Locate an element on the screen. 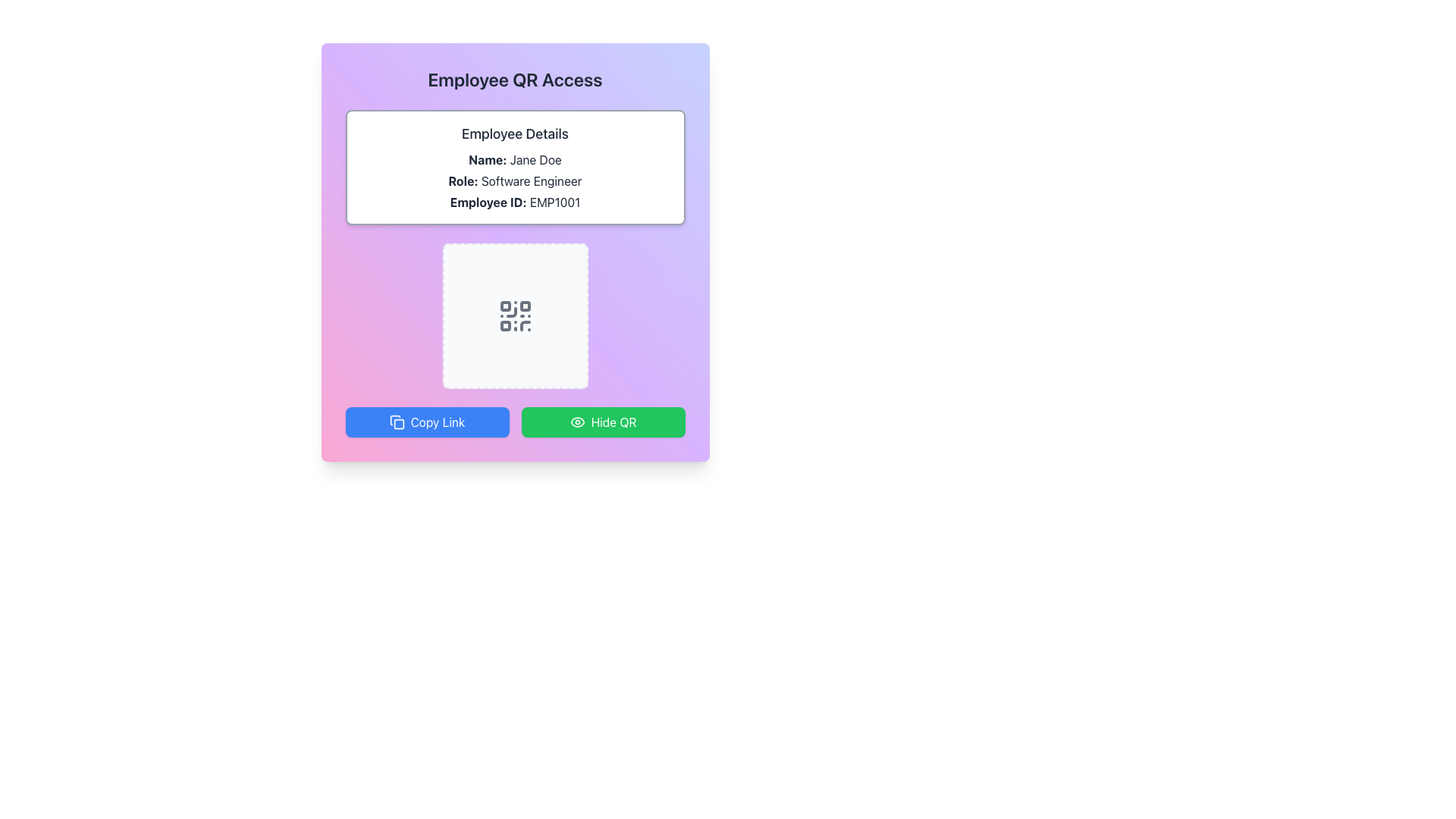 The width and height of the screenshot is (1456, 819). the label that provides context for the Employee ID, located beneath the 'Role:' field in the 'Employee Details' panel is located at coordinates (488, 201).